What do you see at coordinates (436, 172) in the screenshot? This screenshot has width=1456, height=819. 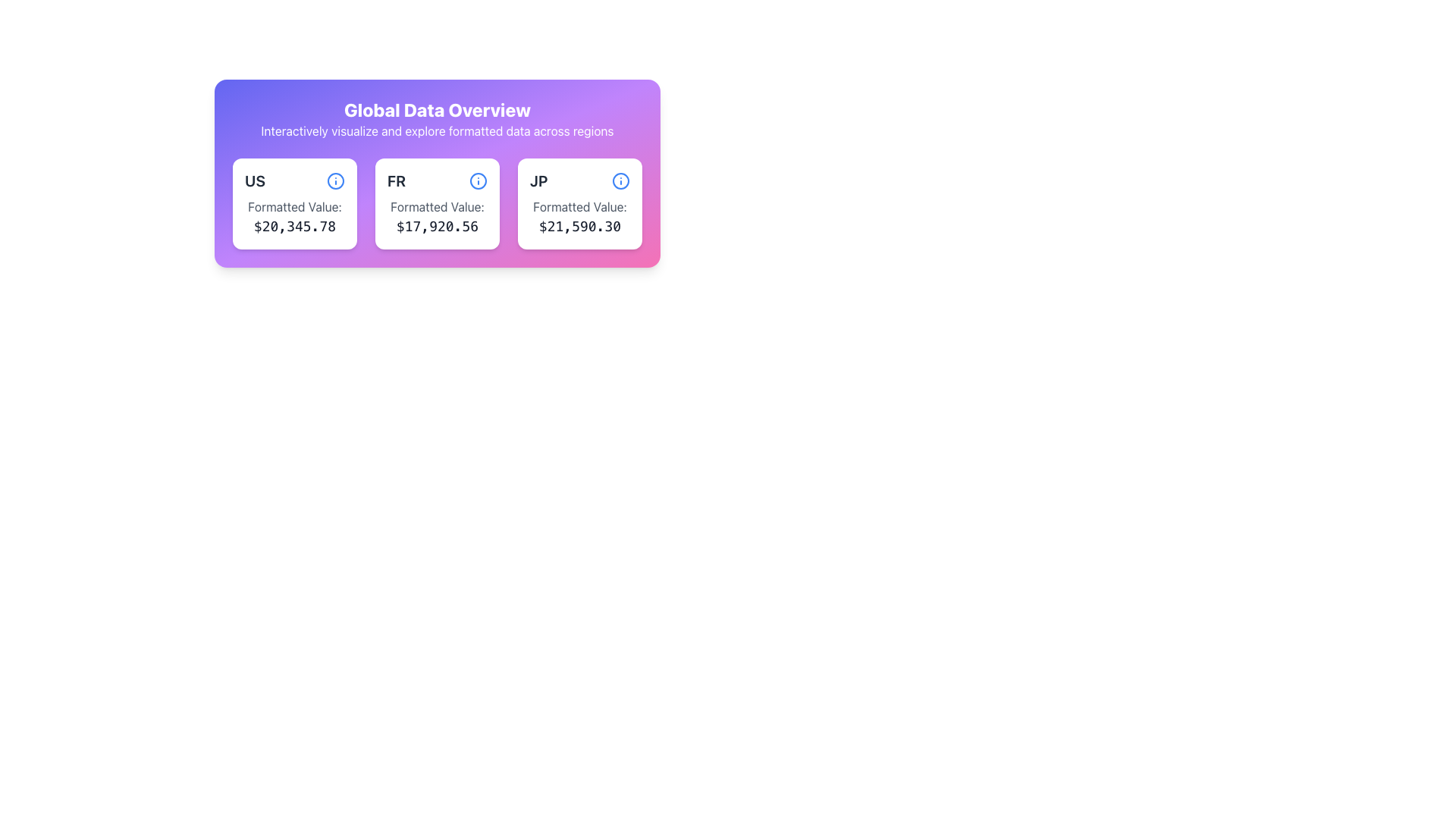 I see `the data display card titled 'FR' that shows the formatted value '$17,920.56' within the grid layout under 'Global Data Overview'` at bounding box center [436, 172].